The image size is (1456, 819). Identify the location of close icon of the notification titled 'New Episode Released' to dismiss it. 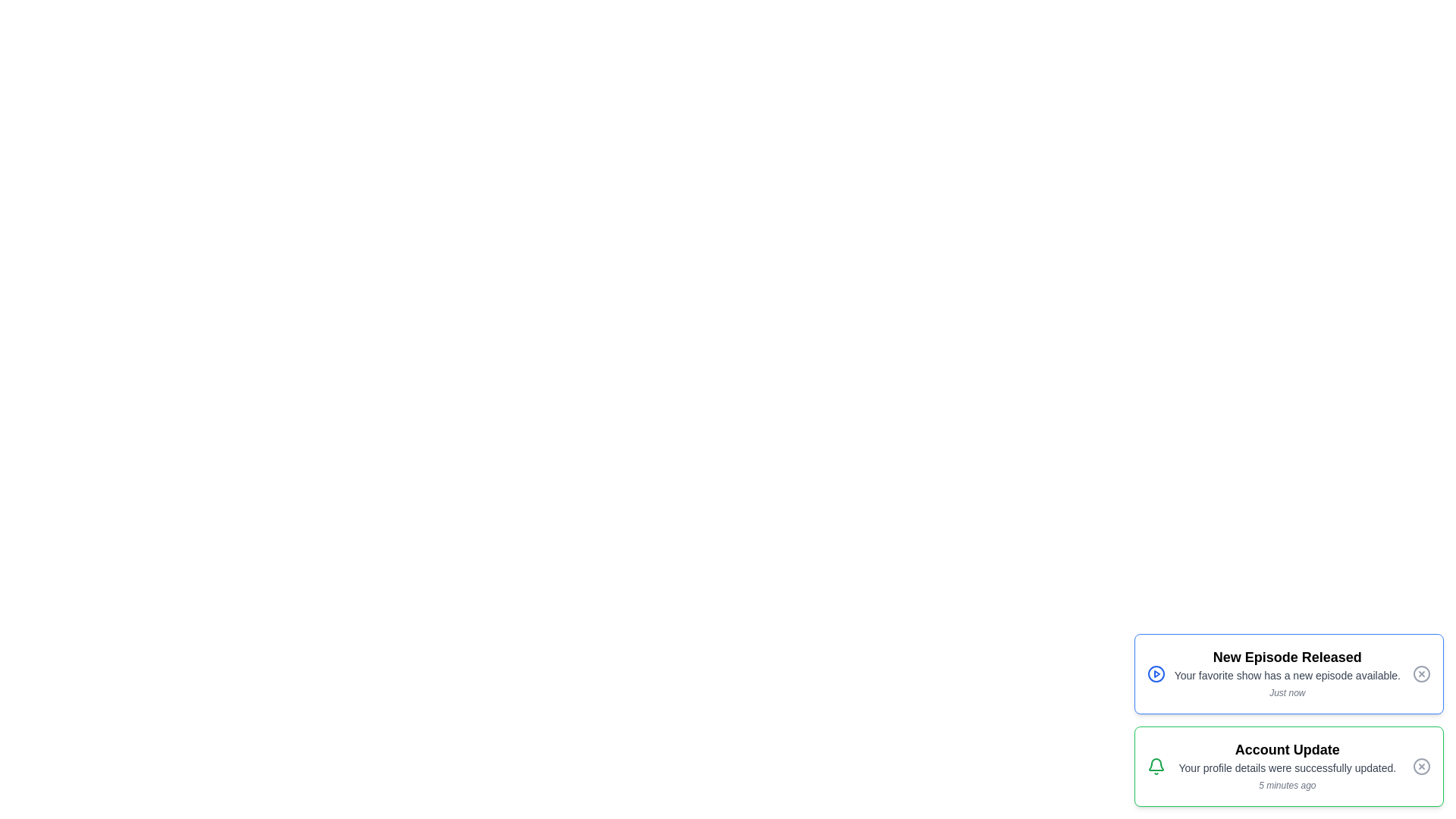
(1421, 673).